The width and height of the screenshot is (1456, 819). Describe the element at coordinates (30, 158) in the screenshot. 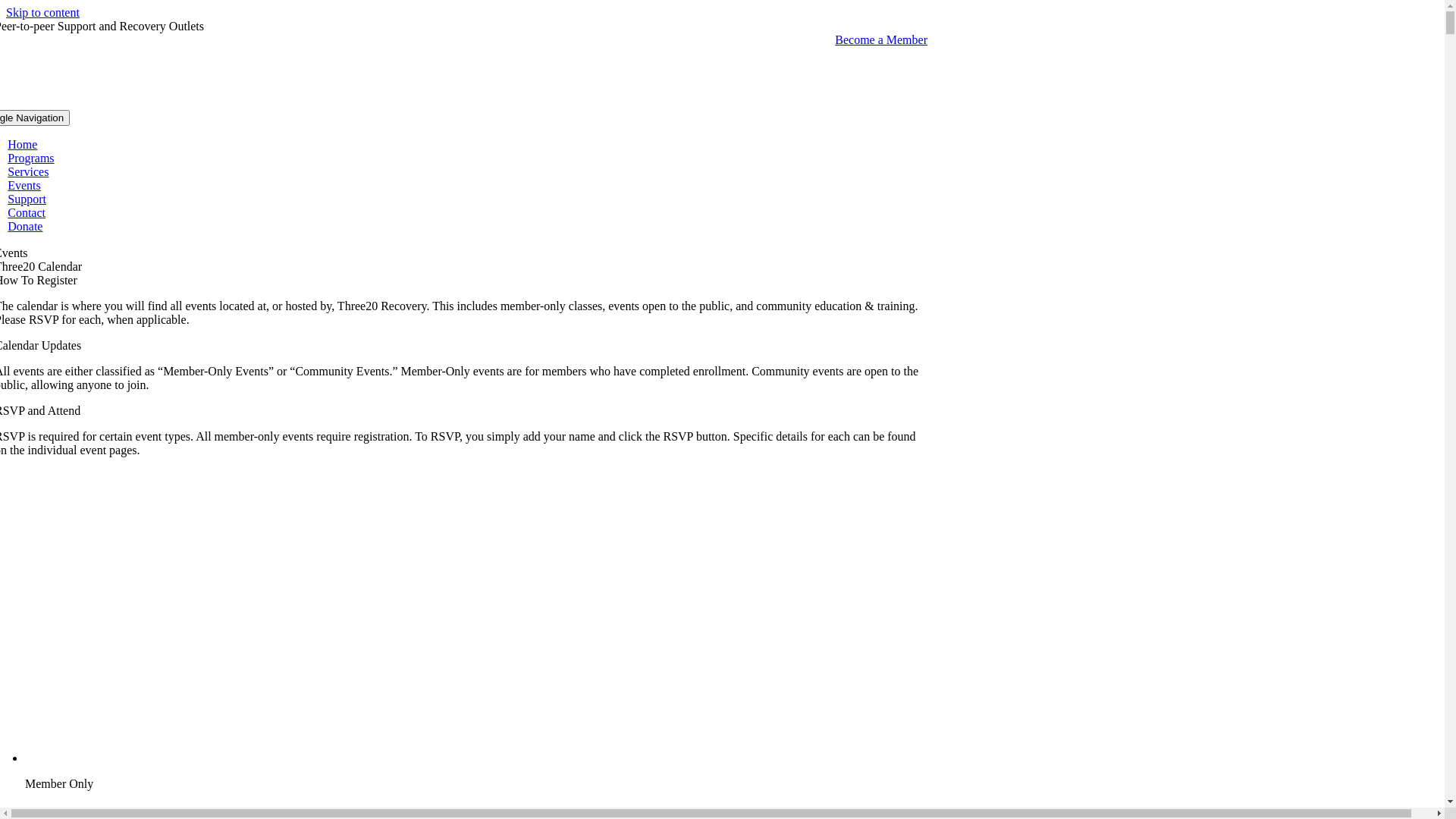

I see `'Programs'` at that location.